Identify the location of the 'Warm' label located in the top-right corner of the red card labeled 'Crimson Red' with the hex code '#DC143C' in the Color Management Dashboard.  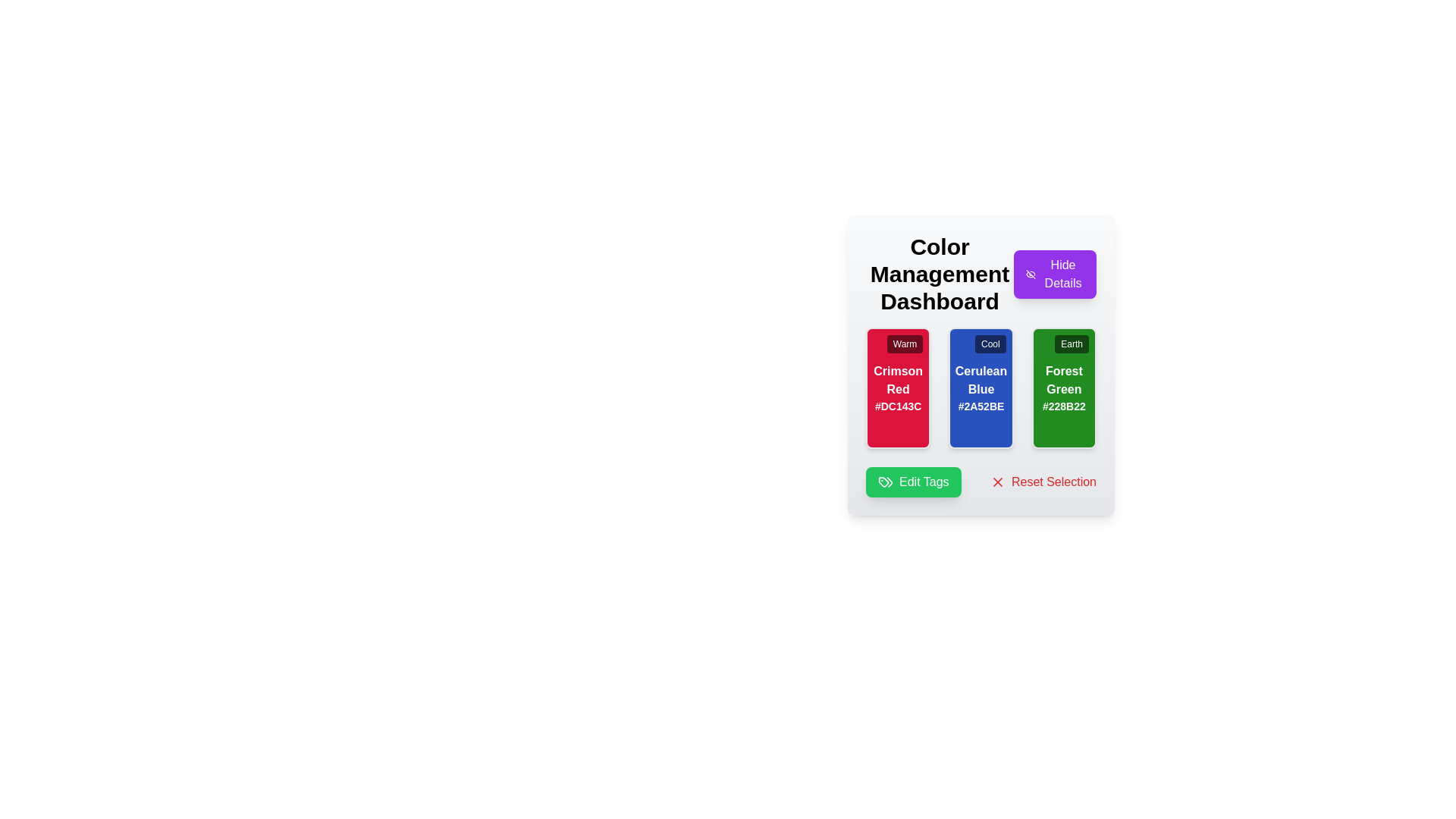
(905, 344).